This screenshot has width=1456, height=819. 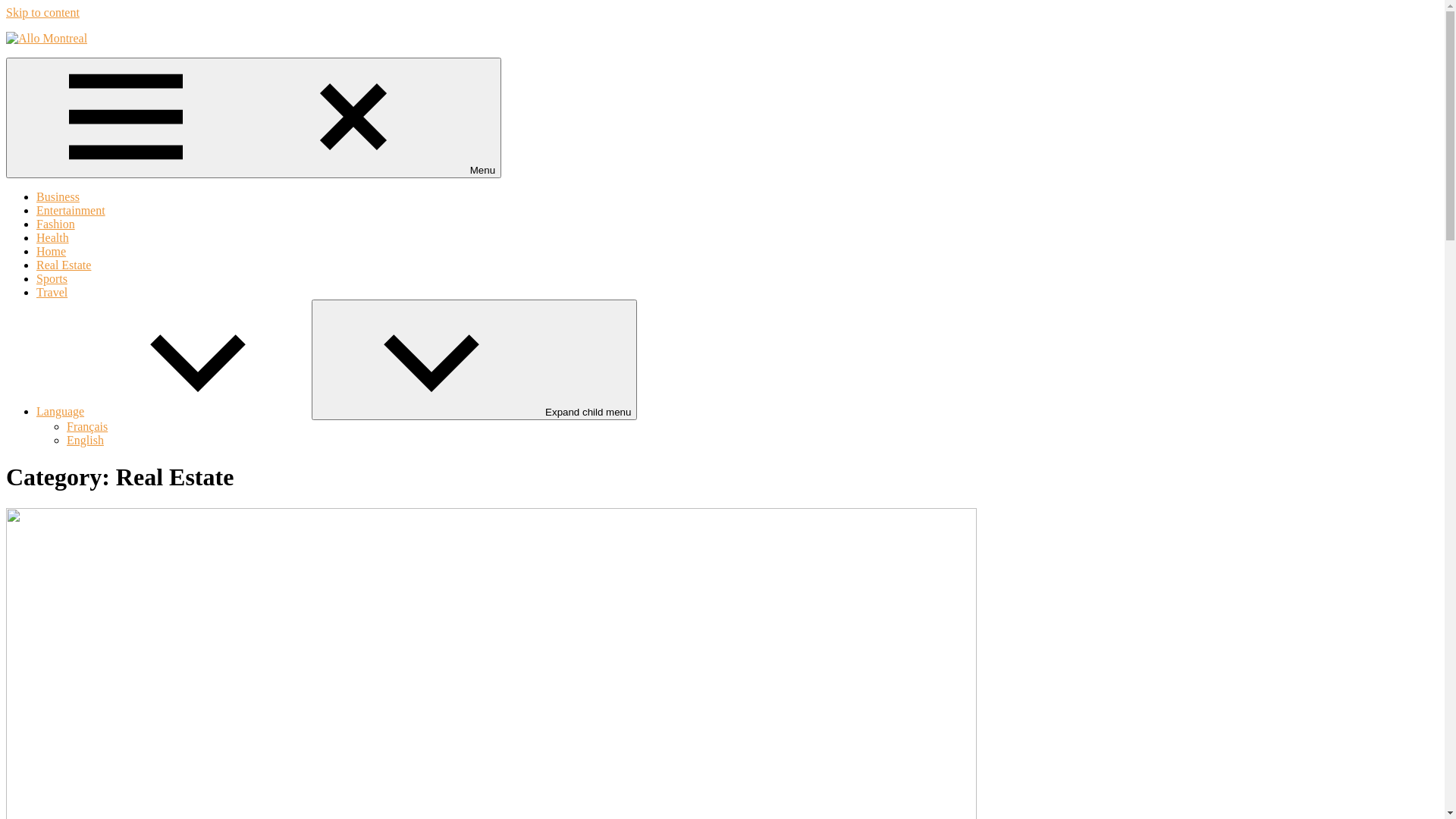 What do you see at coordinates (28, 71) in the screenshot?
I see `'Allo Montreal'` at bounding box center [28, 71].